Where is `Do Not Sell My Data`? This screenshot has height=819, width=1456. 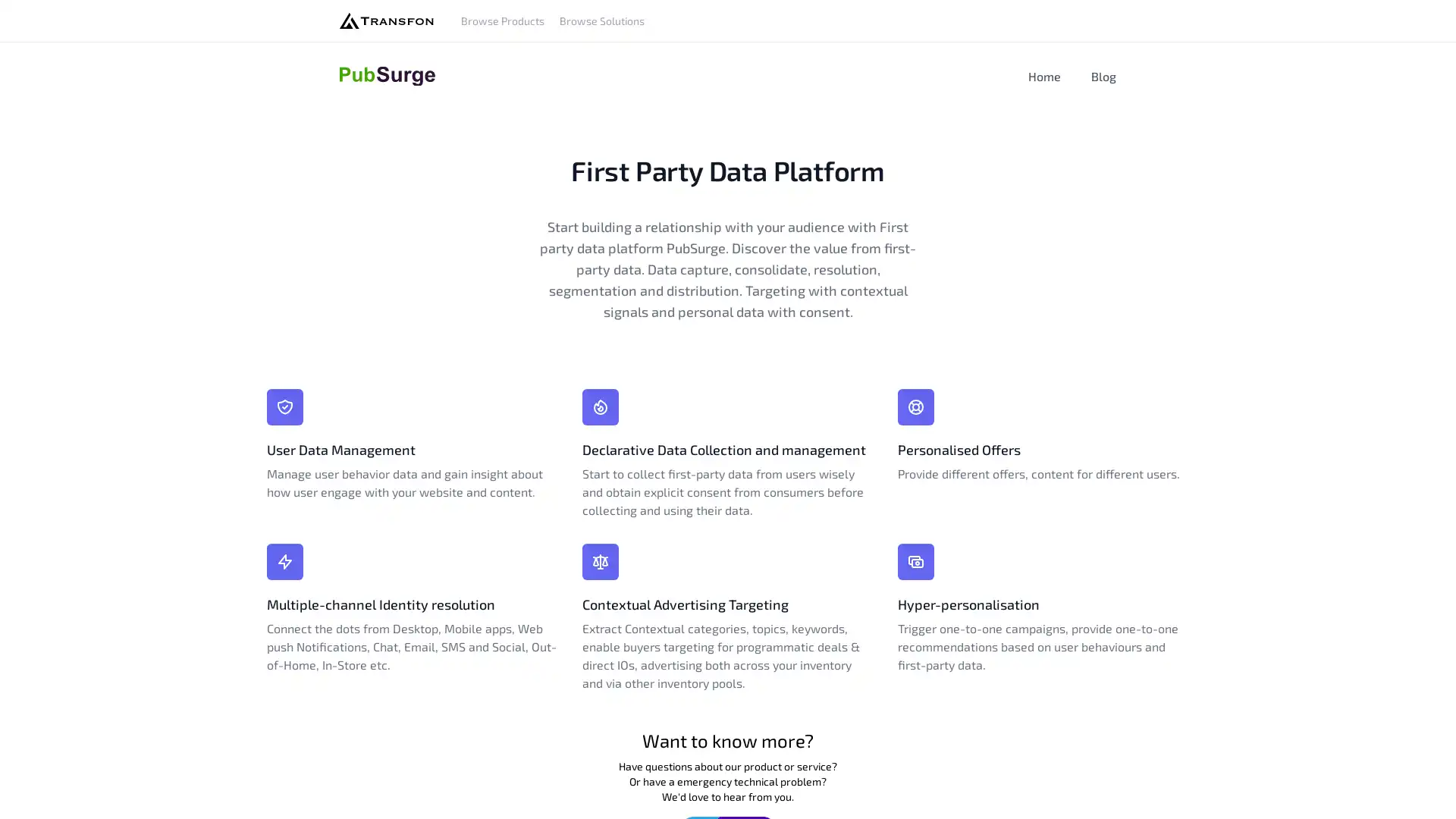
Do Not Sell My Data is located at coordinates (102, 791).